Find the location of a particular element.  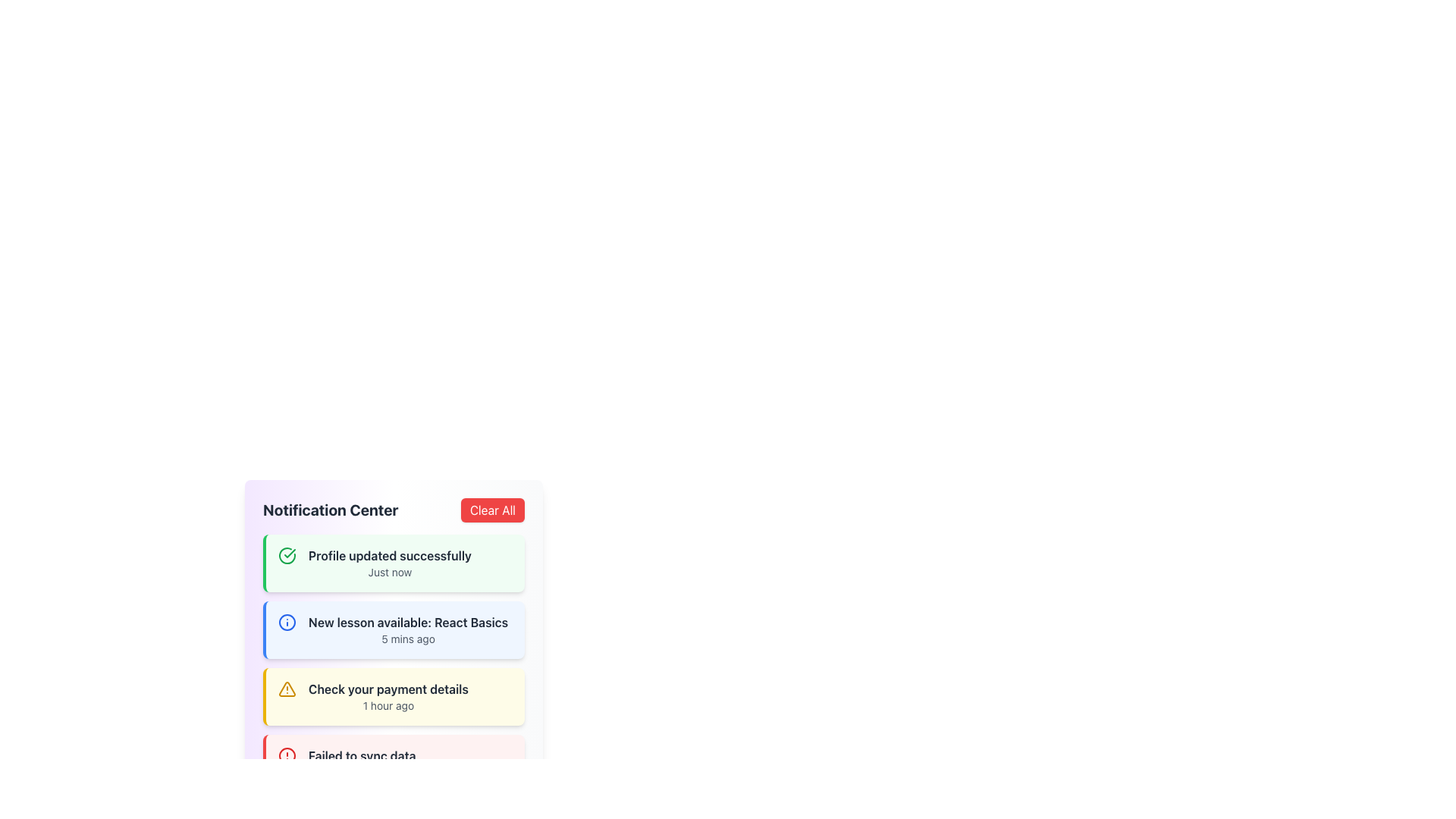

the timestamp text element located in the bottom part of the yellow-highlighted notification box, underneath the primary message 'Check your payment details', which is at the third position in the list of notifications within the 'Notification Center' panel is located at coordinates (388, 705).